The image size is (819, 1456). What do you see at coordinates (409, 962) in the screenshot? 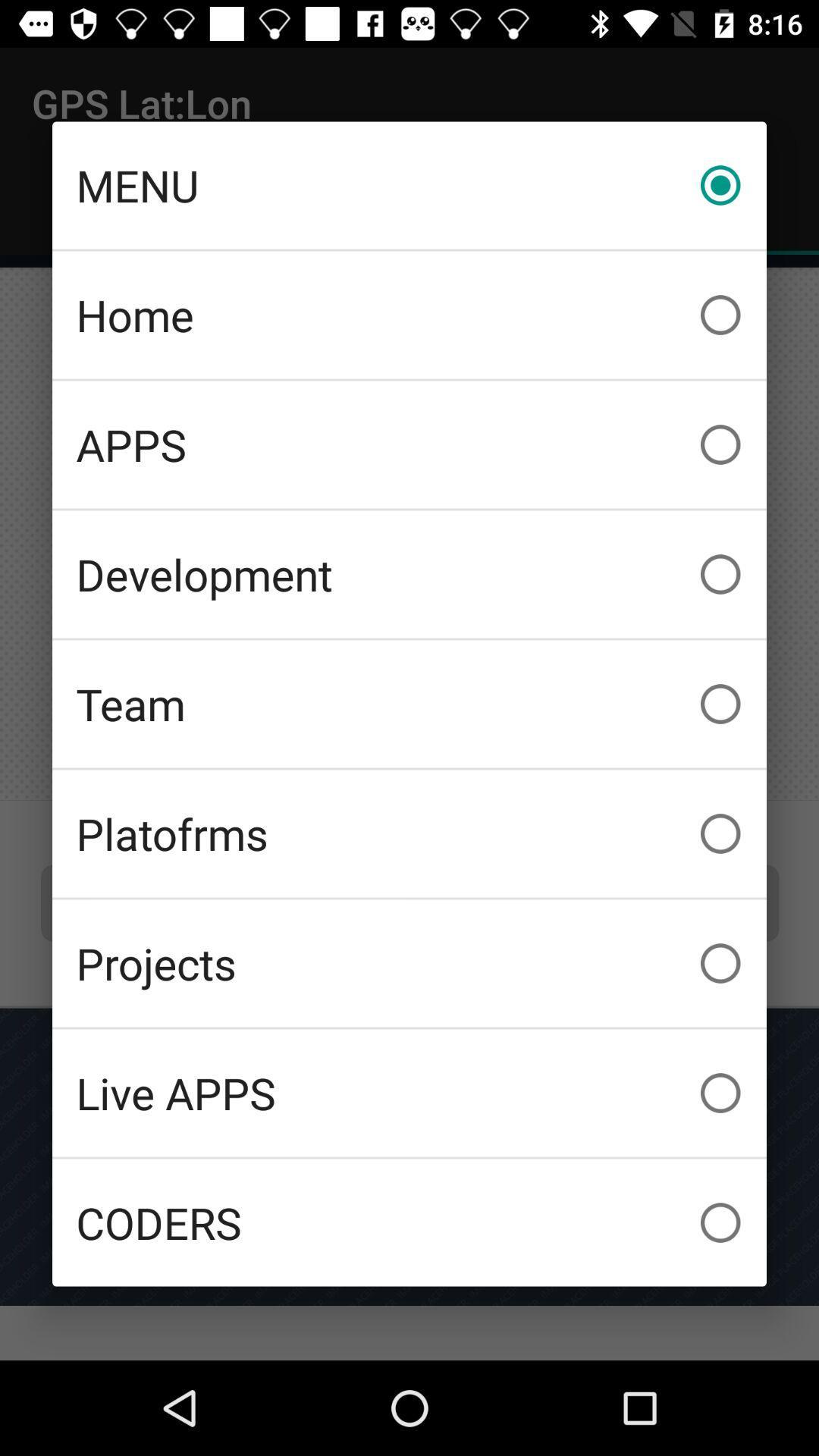
I see `projects item` at bounding box center [409, 962].